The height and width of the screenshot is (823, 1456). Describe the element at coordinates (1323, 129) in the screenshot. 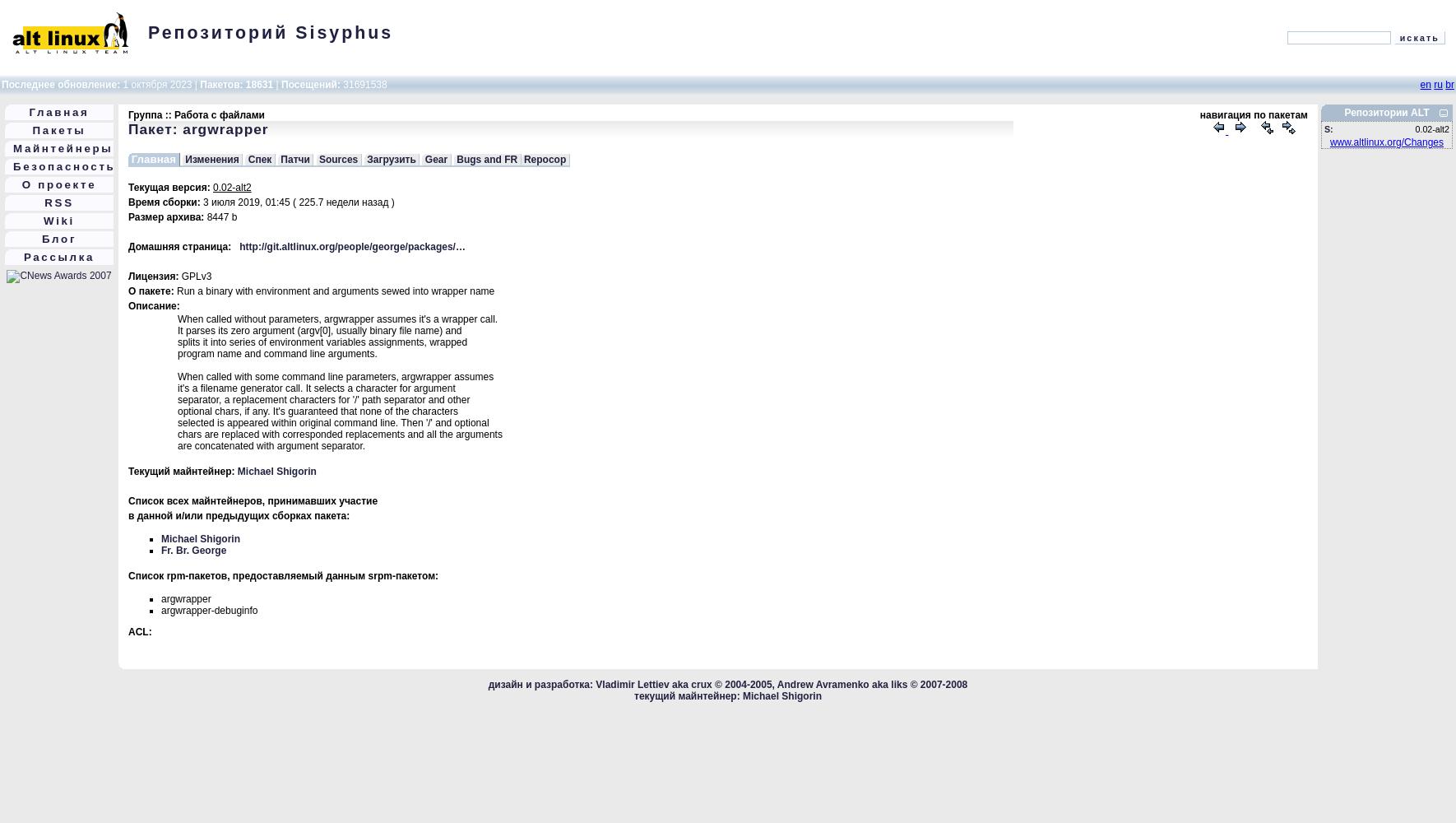

I see `'S:'` at that location.